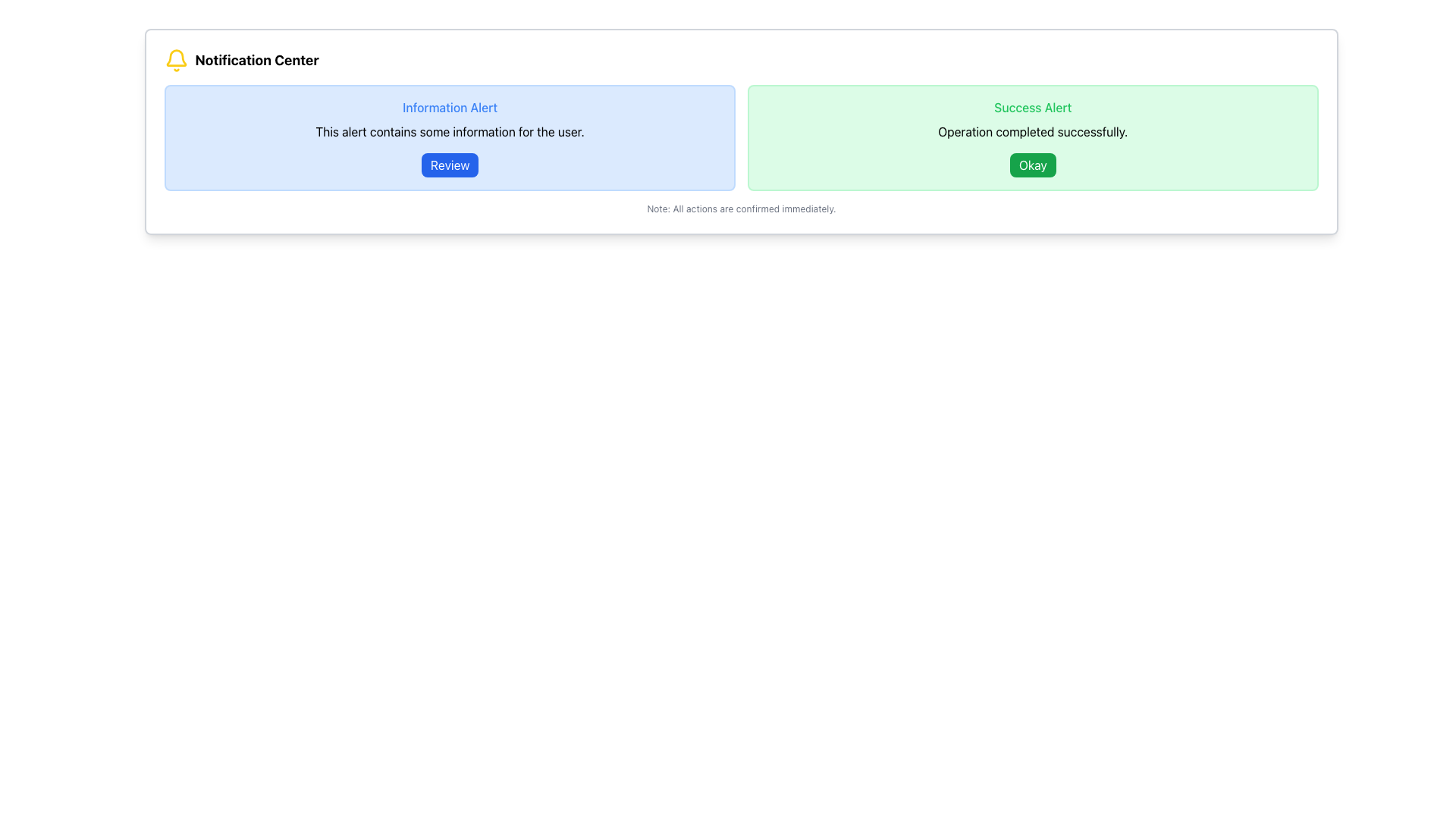  I want to click on the 'Review' button with a blue background and white text, located in the 'Information Alert' box, to trigger the hover effect, so click(449, 165).